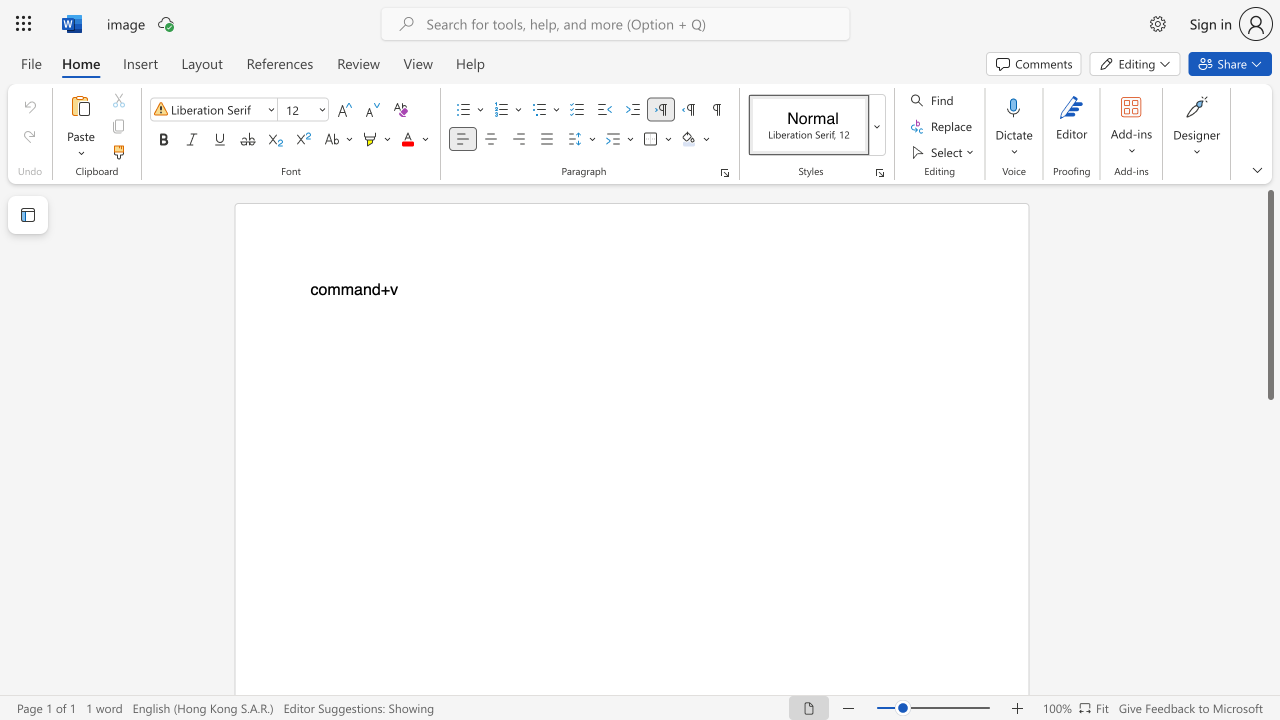 The width and height of the screenshot is (1280, 720). What do you see at coordinates (1269, 438) in the screenshot?
I see `the scrollbar to slide the page down` at bounding box center [1269, 438].